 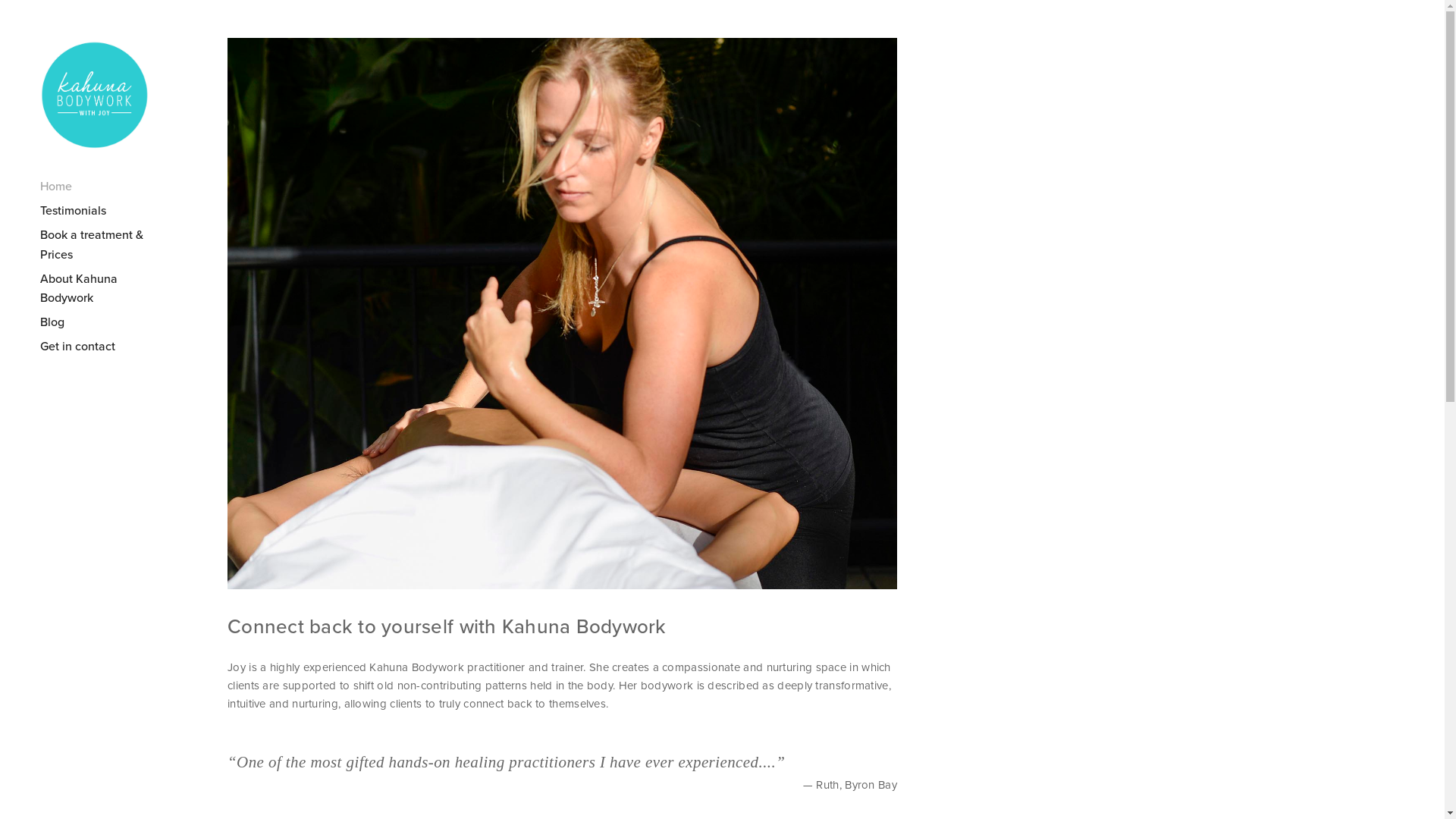 What do you see at coordinates (105, 210) in the screenshot?
I see `'Testimonials'` at bounding box center [105, 210].